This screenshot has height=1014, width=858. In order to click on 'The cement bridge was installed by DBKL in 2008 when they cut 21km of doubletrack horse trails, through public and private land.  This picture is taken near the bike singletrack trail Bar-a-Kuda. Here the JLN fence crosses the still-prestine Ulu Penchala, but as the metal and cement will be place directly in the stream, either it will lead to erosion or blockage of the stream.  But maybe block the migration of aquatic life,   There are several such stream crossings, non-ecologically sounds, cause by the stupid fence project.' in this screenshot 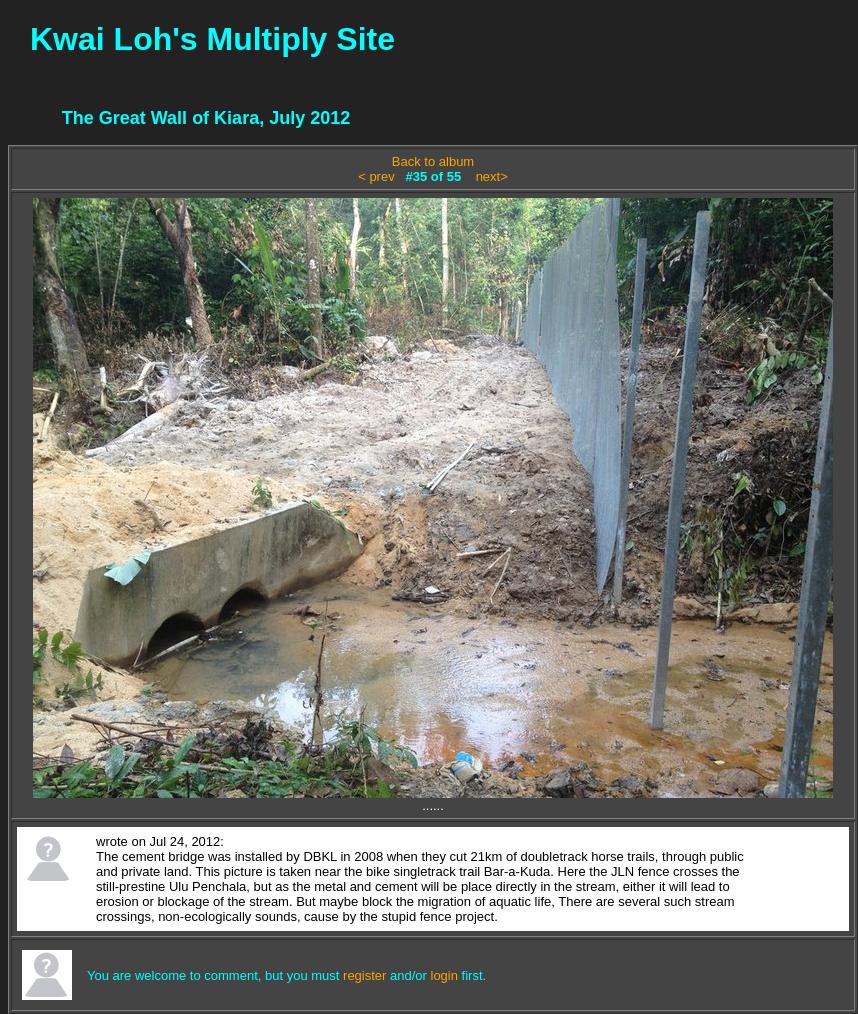, I will do `click(418, 885)`.